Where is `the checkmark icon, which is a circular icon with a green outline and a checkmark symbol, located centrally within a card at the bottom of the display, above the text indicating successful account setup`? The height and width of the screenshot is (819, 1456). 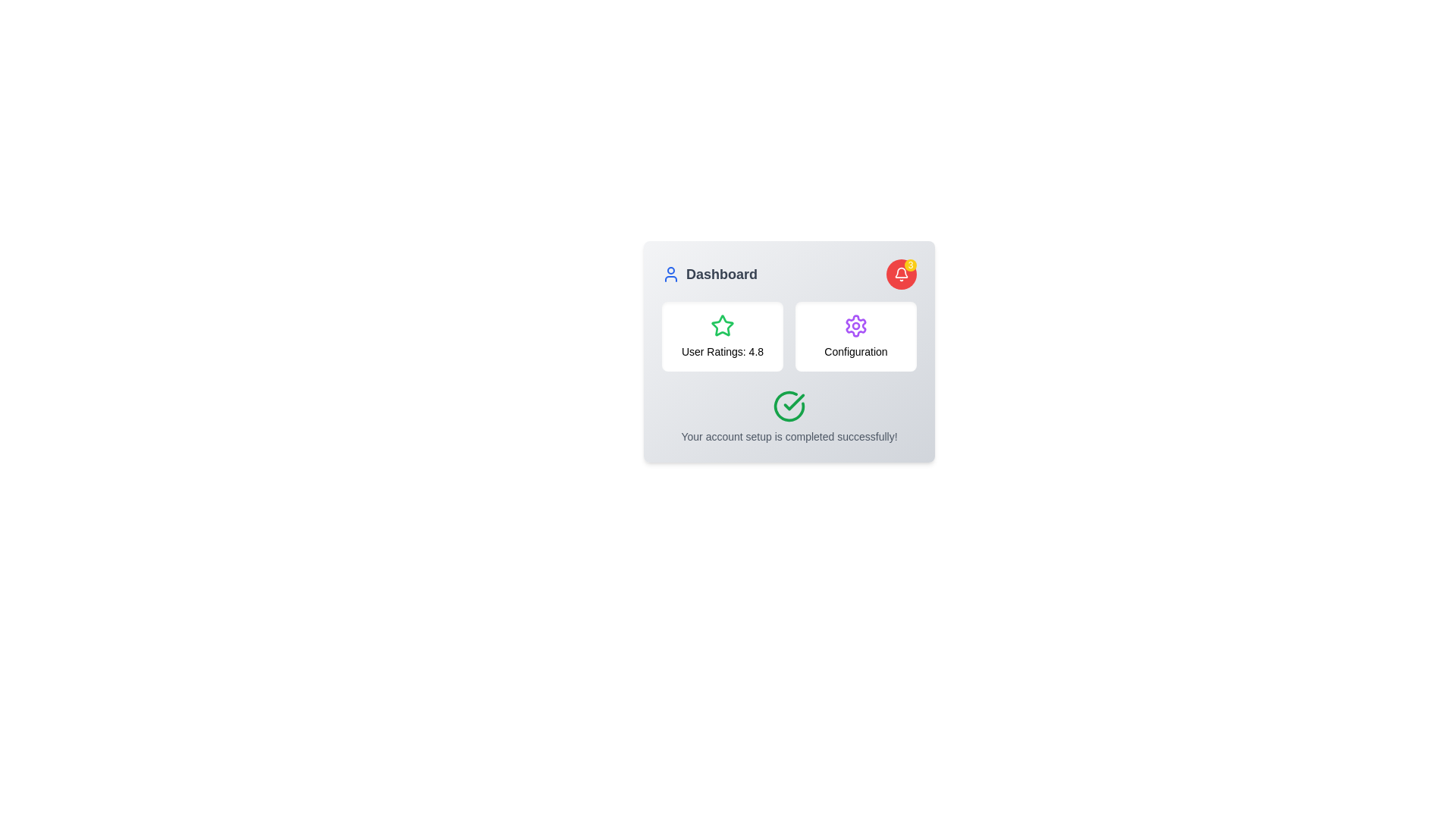
the checkmark icon, which is a circular icon with a green outline and a checkmark symbol, located centrally within a card at the bottom of the display, above the text indicating successful account setup is located at coordinates (789, 406).